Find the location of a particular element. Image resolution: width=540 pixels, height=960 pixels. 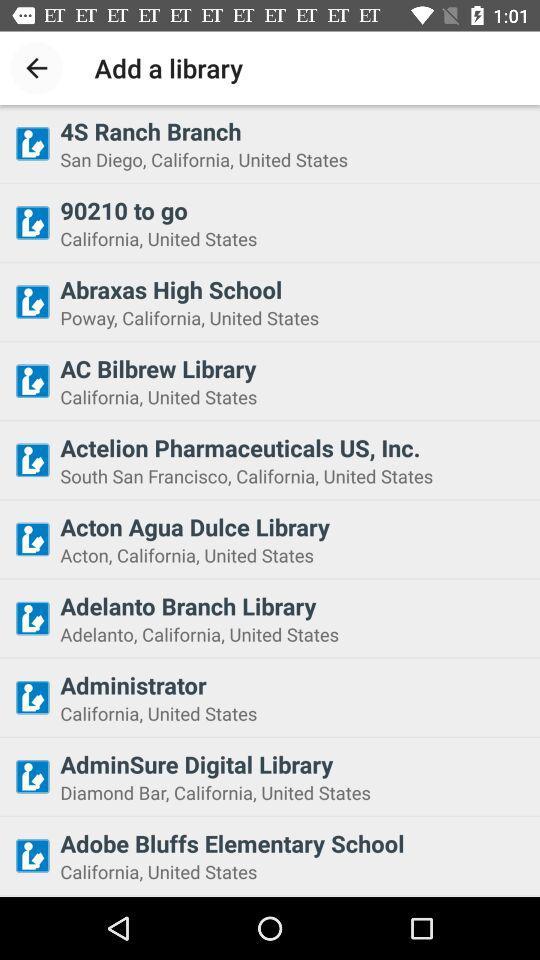

the 90210 to go is located at coordinates (293, 210).